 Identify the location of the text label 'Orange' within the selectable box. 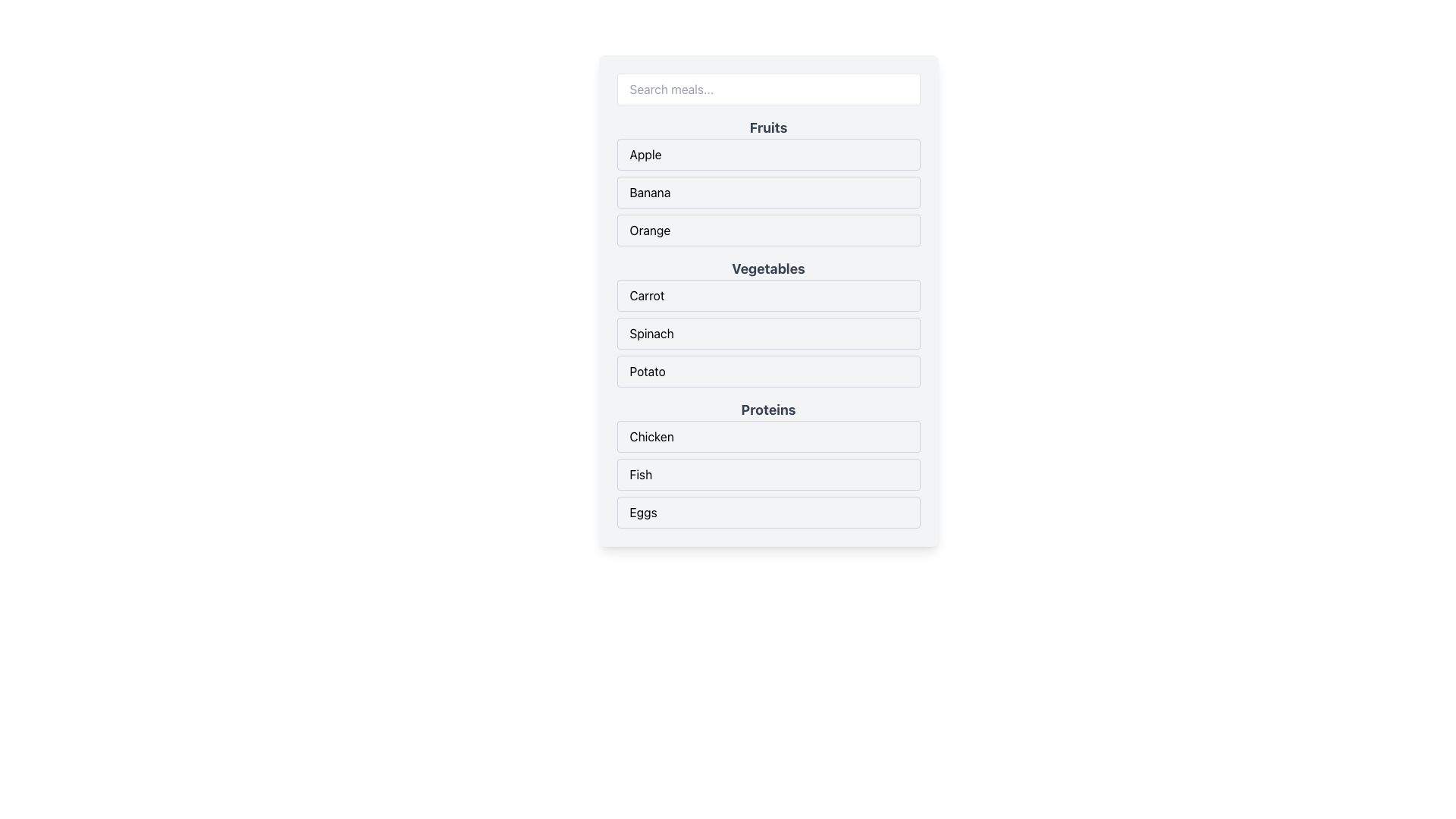
(650, 231).